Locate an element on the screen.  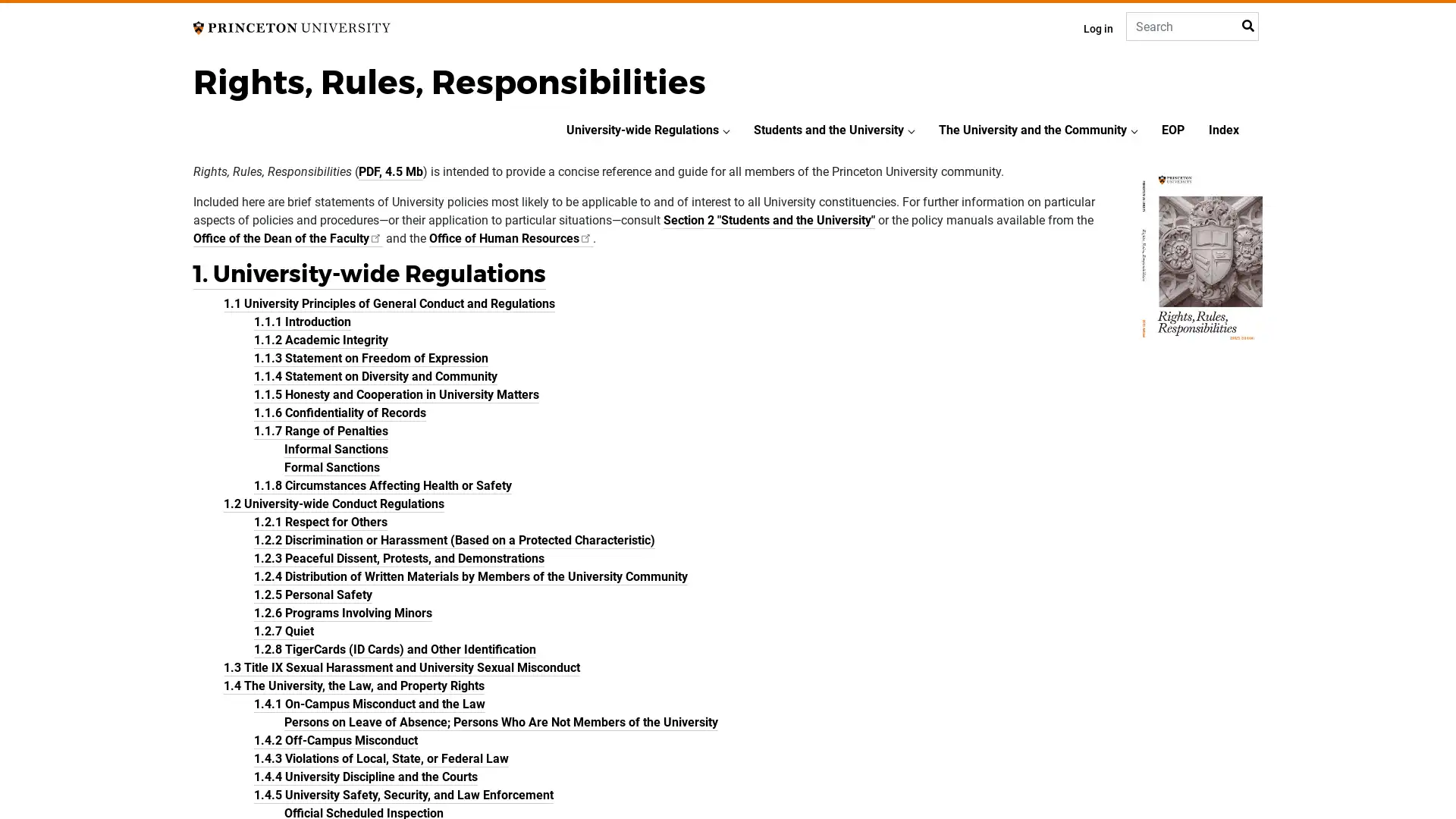
Students and the UniversitySubmenu is located at coordinates (910, 130).